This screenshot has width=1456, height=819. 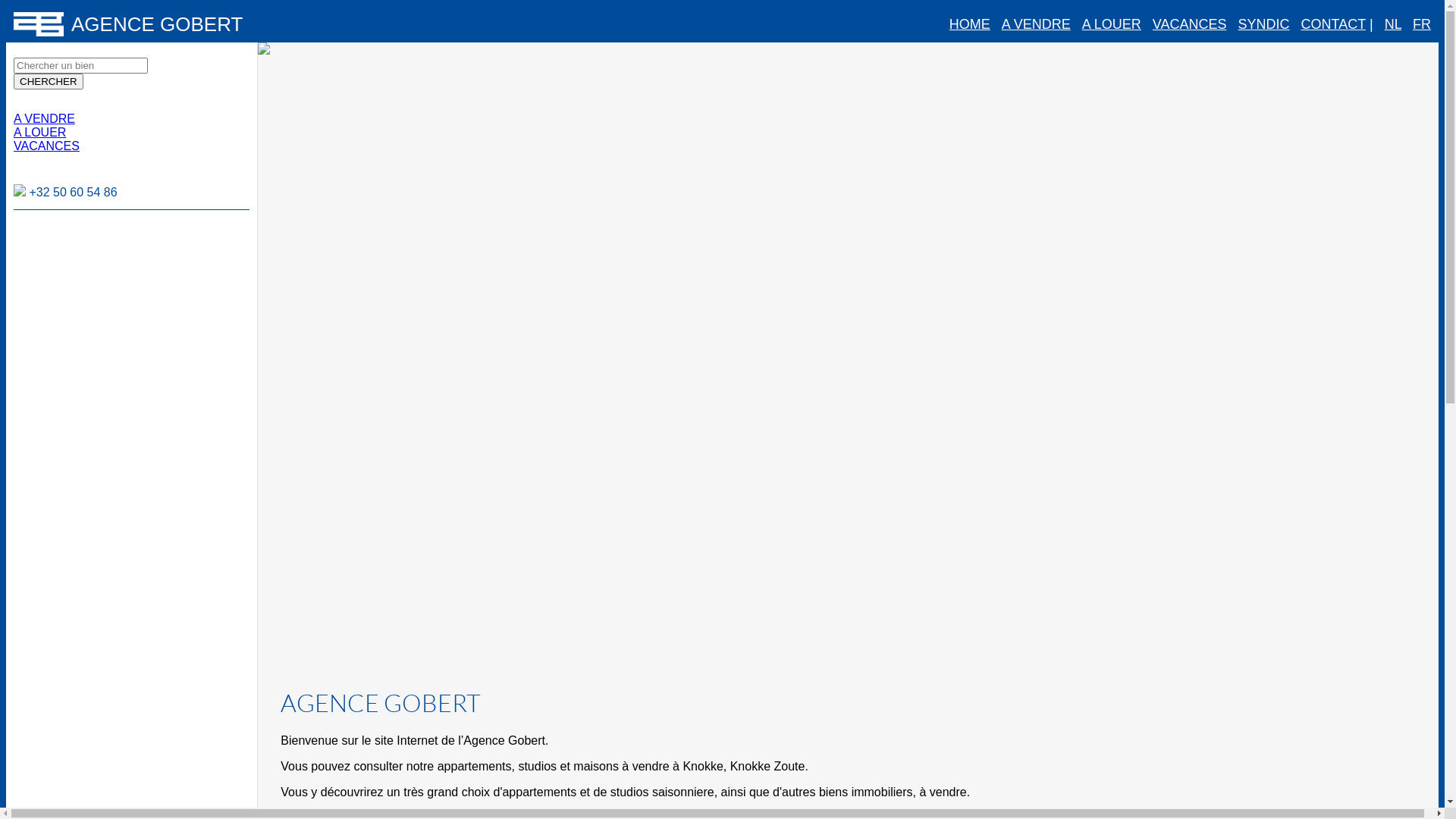 I want to click on 'A VENDRE', so click(x=1035, y=24).